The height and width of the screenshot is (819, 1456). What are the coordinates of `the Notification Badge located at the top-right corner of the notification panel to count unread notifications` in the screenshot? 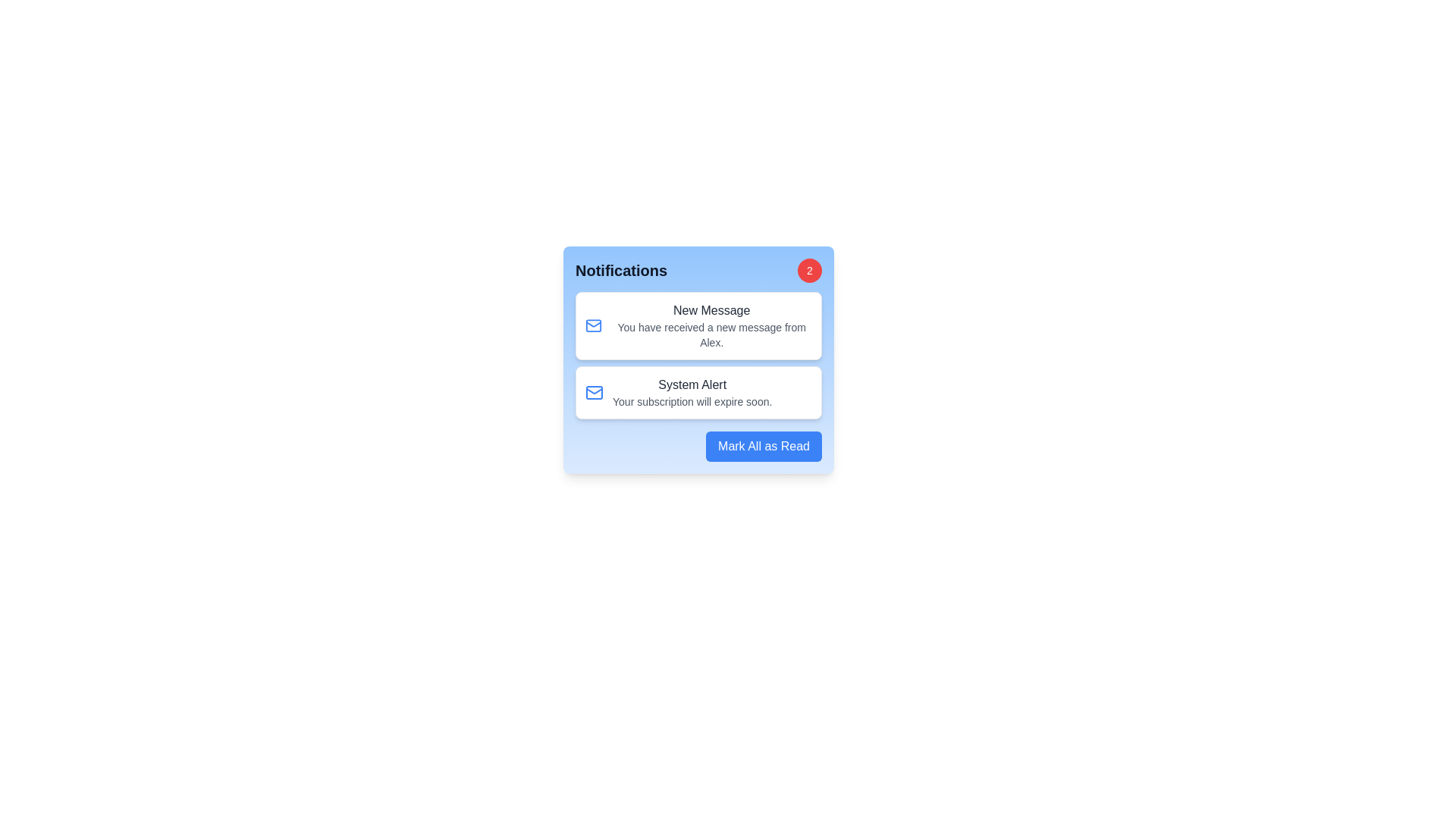 It's located at (809, 270).